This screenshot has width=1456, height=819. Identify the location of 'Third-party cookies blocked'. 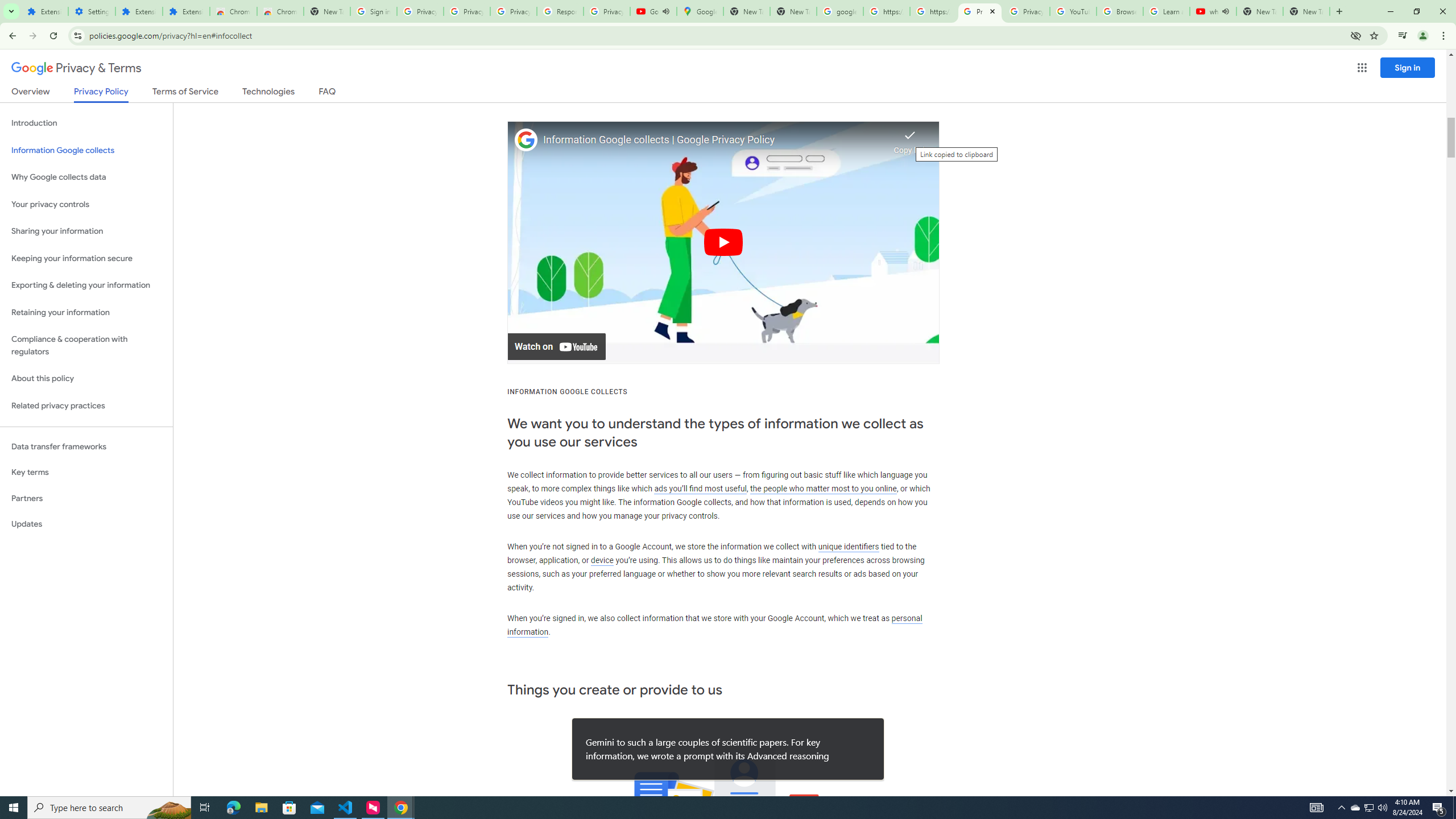
(1356, 35).